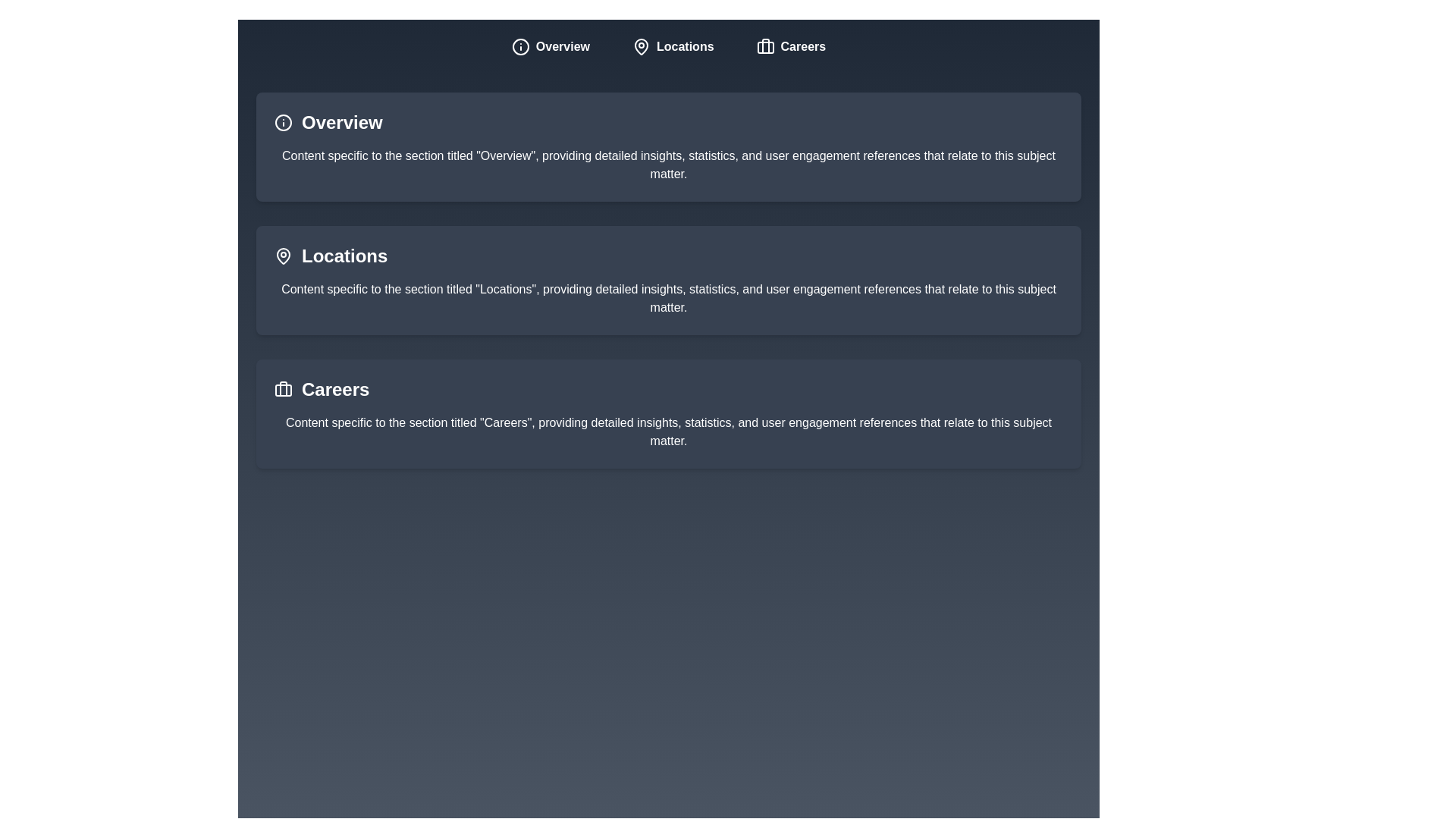 Image resolution: width=1456 pixels, height=819 pixels. Describe the element at coordinates (334, 388) in the screenshot. I see `the 'Careers' header or label` at that location.